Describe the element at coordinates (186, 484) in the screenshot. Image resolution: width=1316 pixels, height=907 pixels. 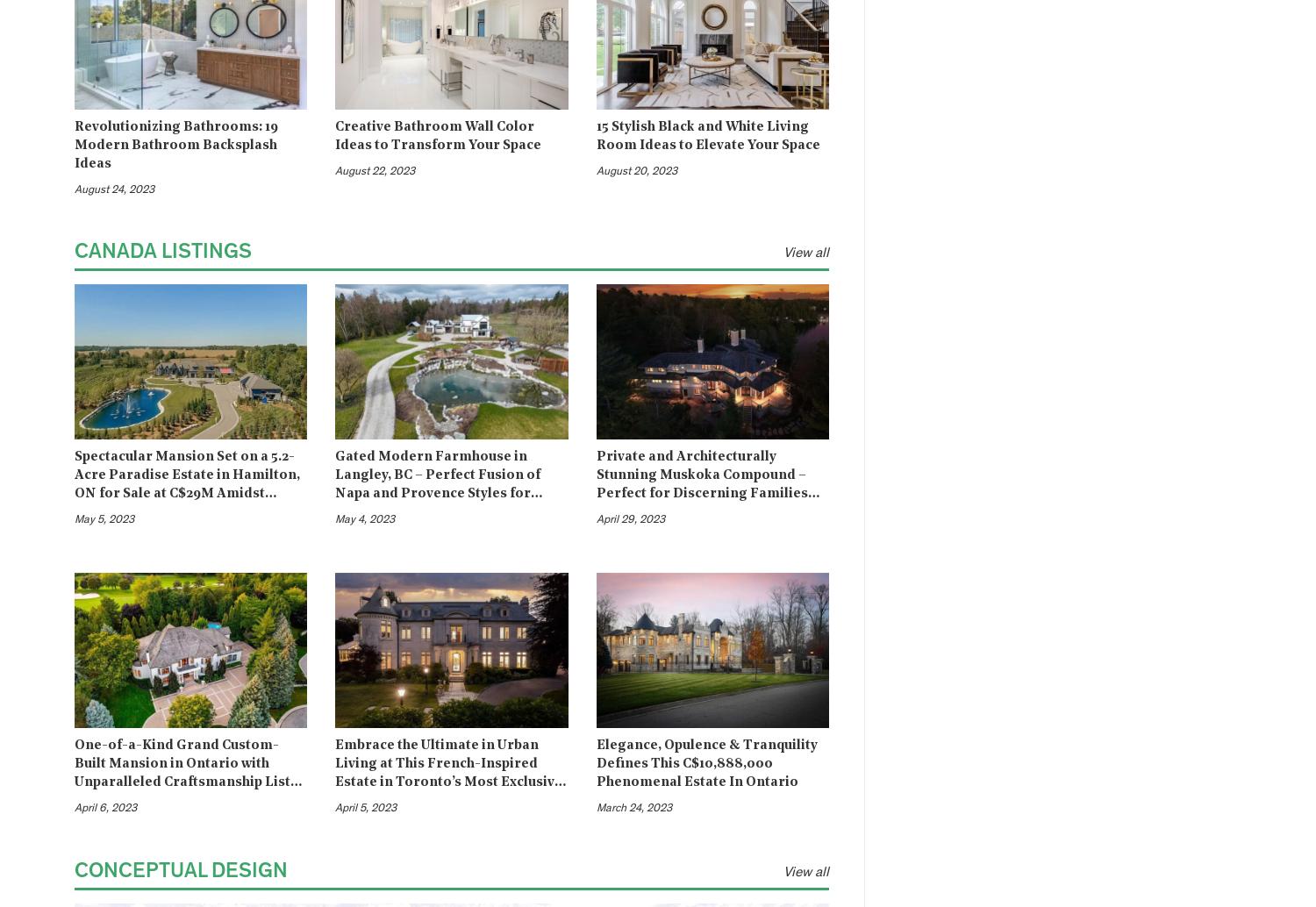
I see `'Spectacular Mansion Set on a 5.2-Acre Paradise Estate in Hamilton, ON for Sale at C$29M Amidst Peaceful Countryside'` at that location.